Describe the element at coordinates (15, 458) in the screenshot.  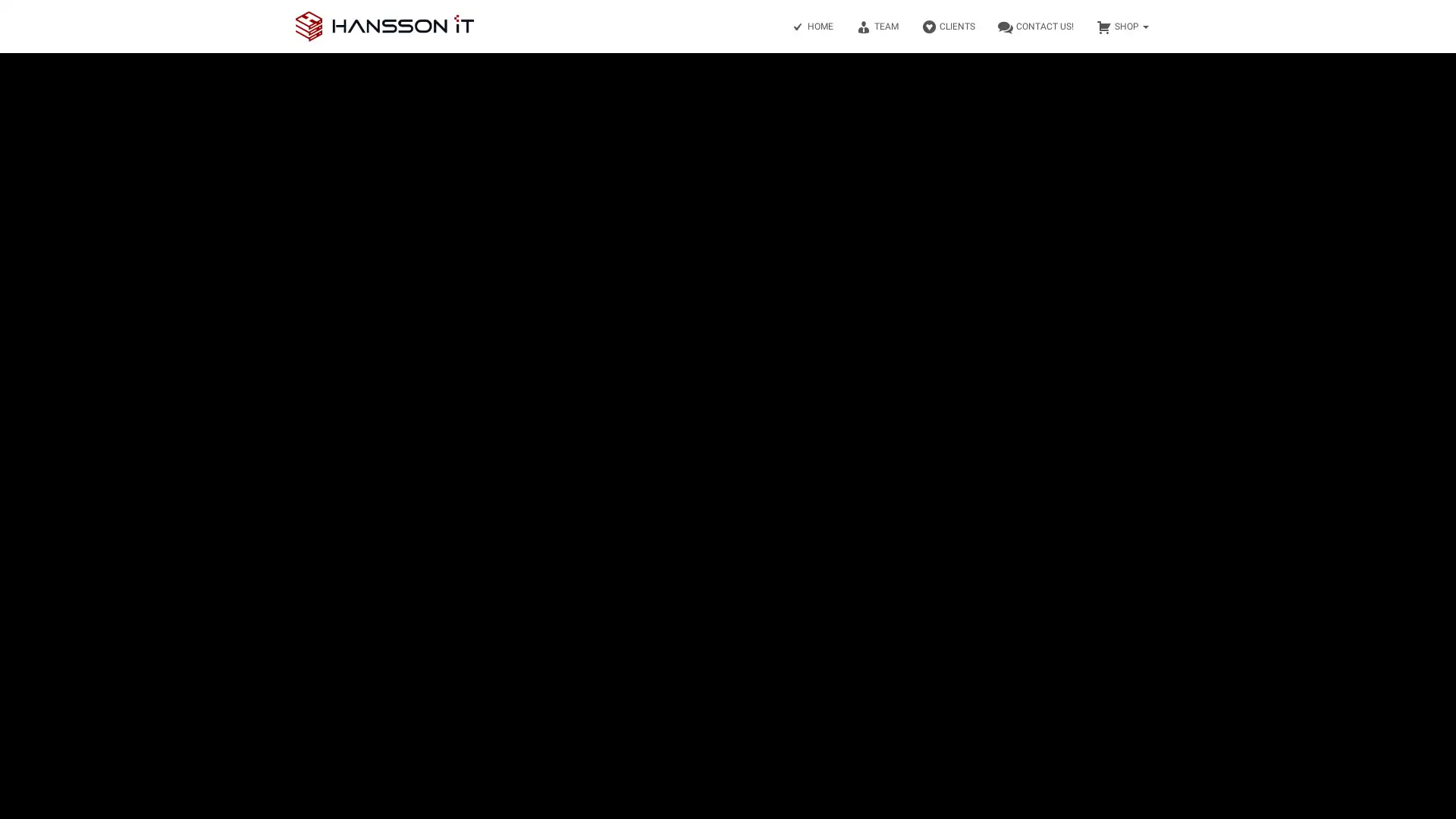
I see `Save to Pinterest` at that location.